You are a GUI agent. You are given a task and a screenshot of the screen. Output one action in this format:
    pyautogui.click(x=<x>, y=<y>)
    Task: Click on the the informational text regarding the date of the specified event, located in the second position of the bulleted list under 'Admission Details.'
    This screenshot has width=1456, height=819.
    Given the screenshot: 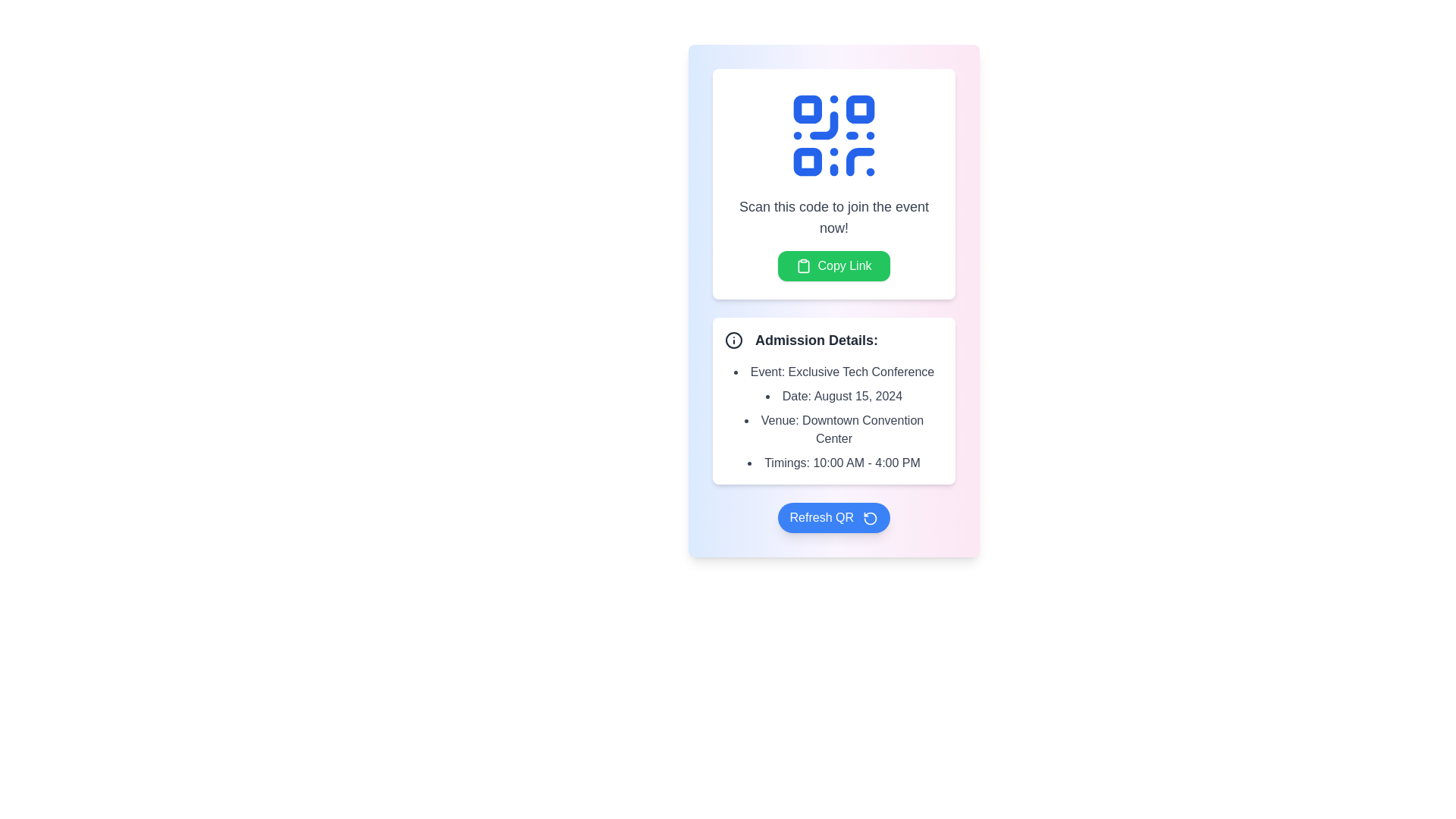 What is the action you would take?
    pyautogui.click(x=833, y=396)
    